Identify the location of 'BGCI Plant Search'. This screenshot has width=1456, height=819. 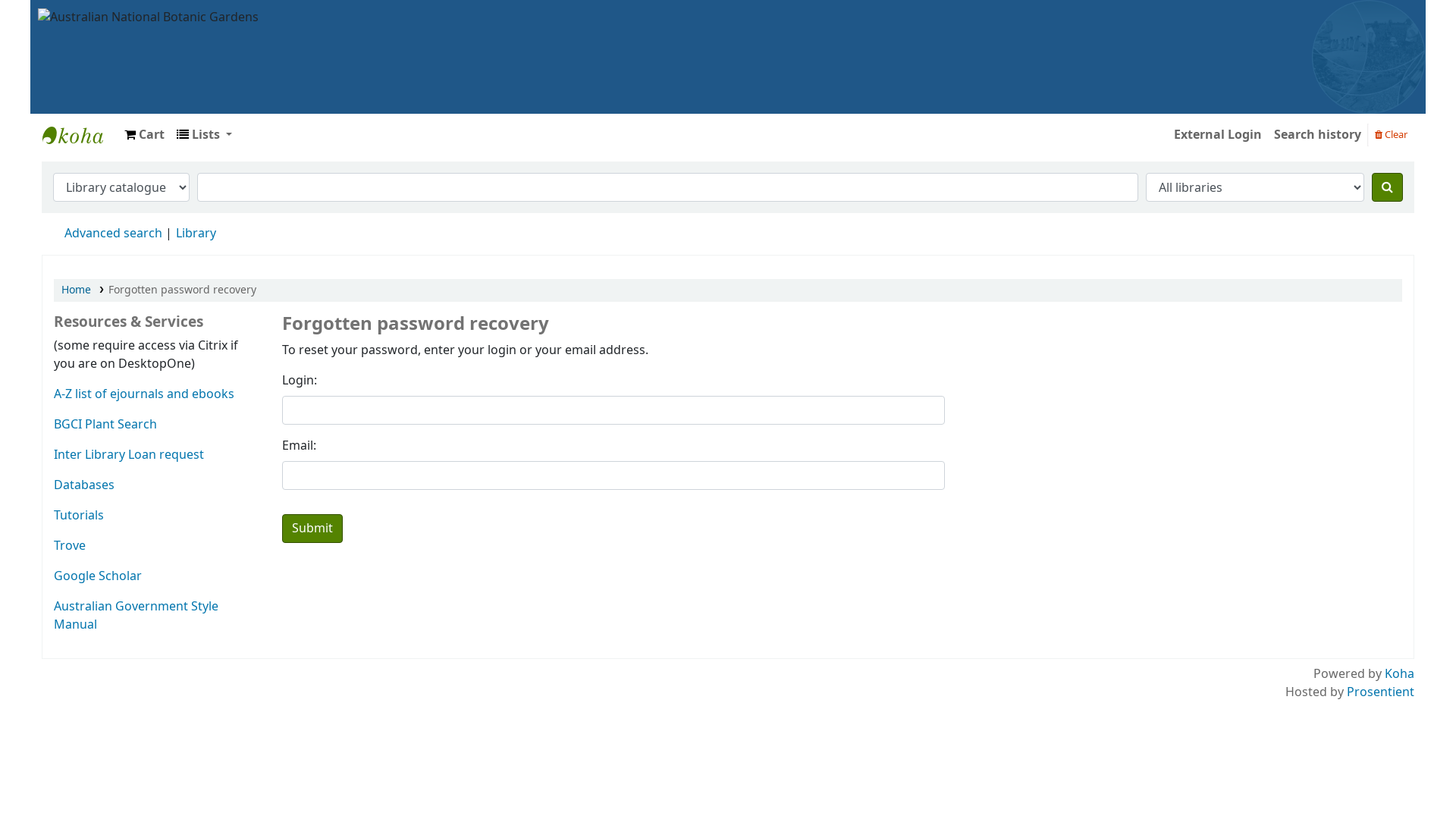
(54, 424).